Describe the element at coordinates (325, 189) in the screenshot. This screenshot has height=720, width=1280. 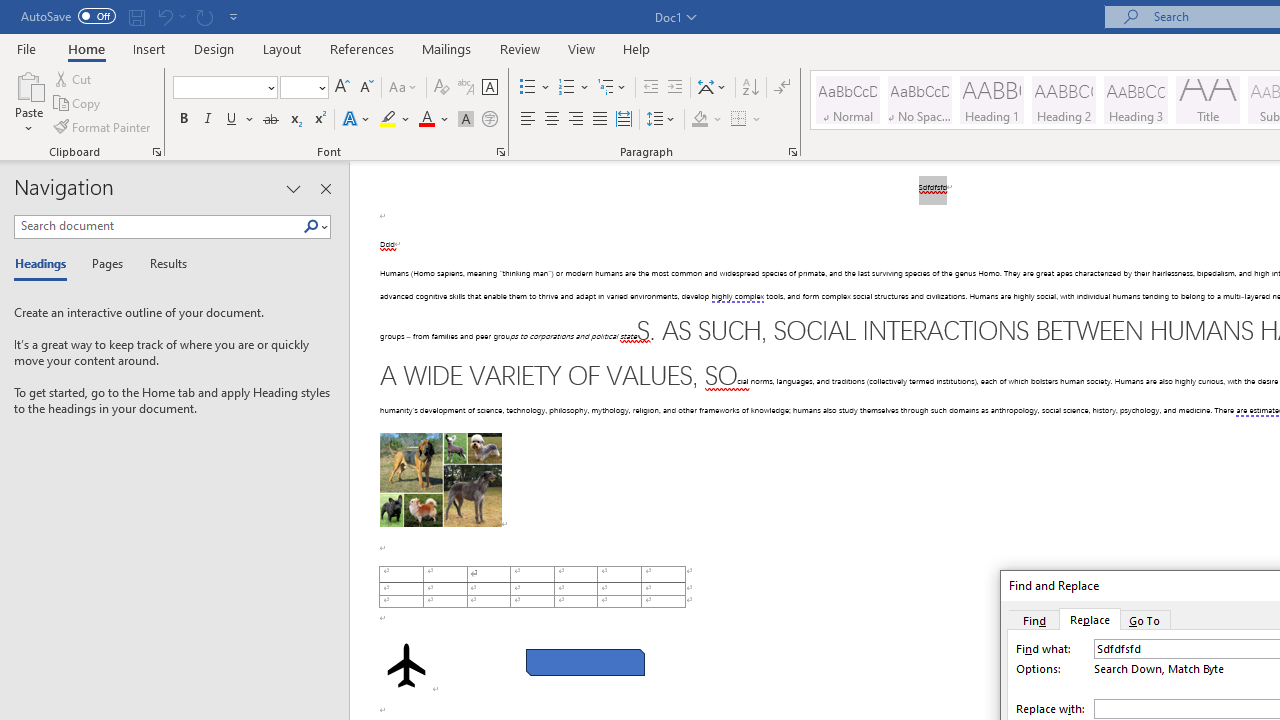
I see `'Close pane'` at that location.